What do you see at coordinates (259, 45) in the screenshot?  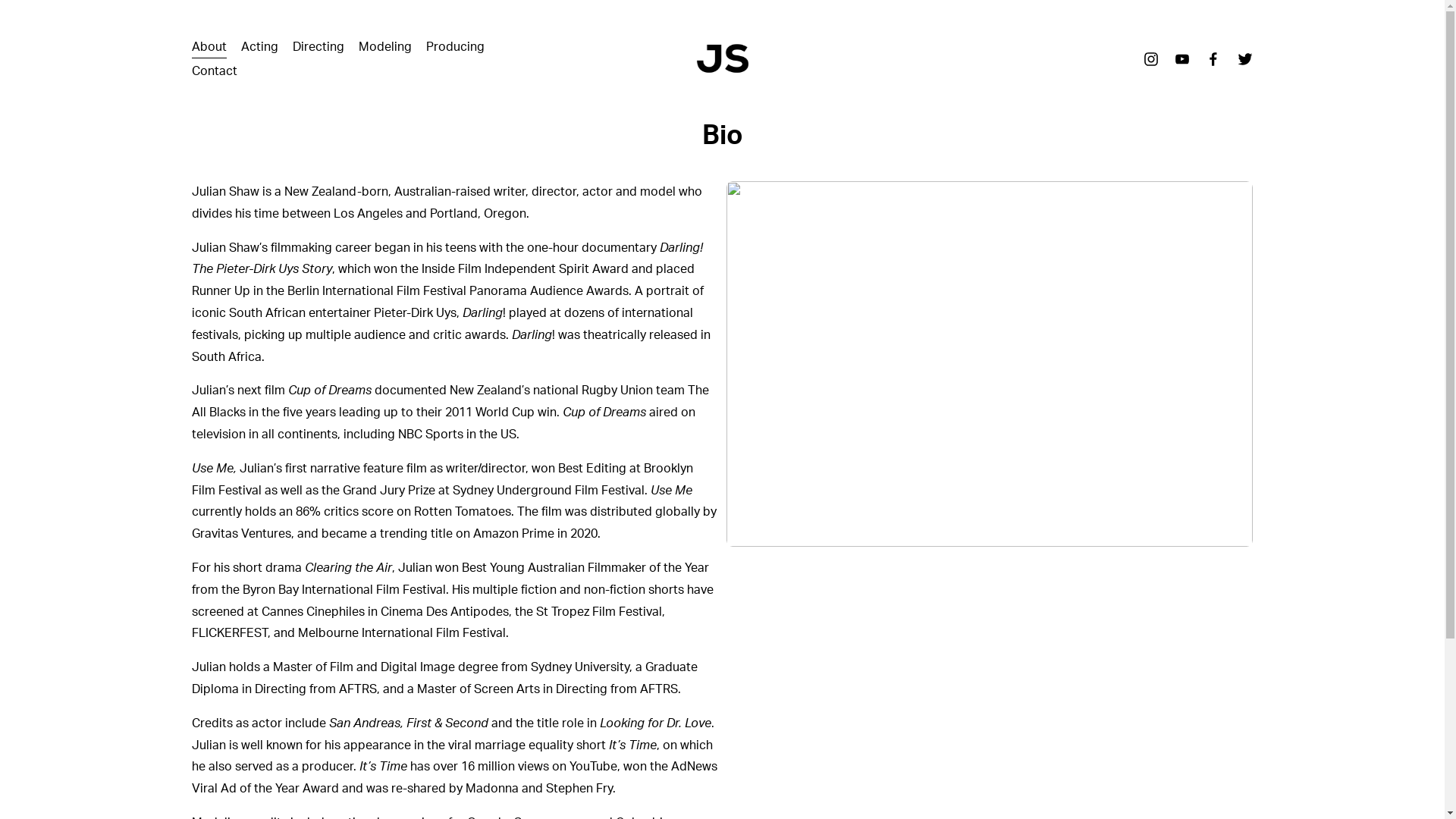 I see `'Acting'` at bounding box center [259, 45].